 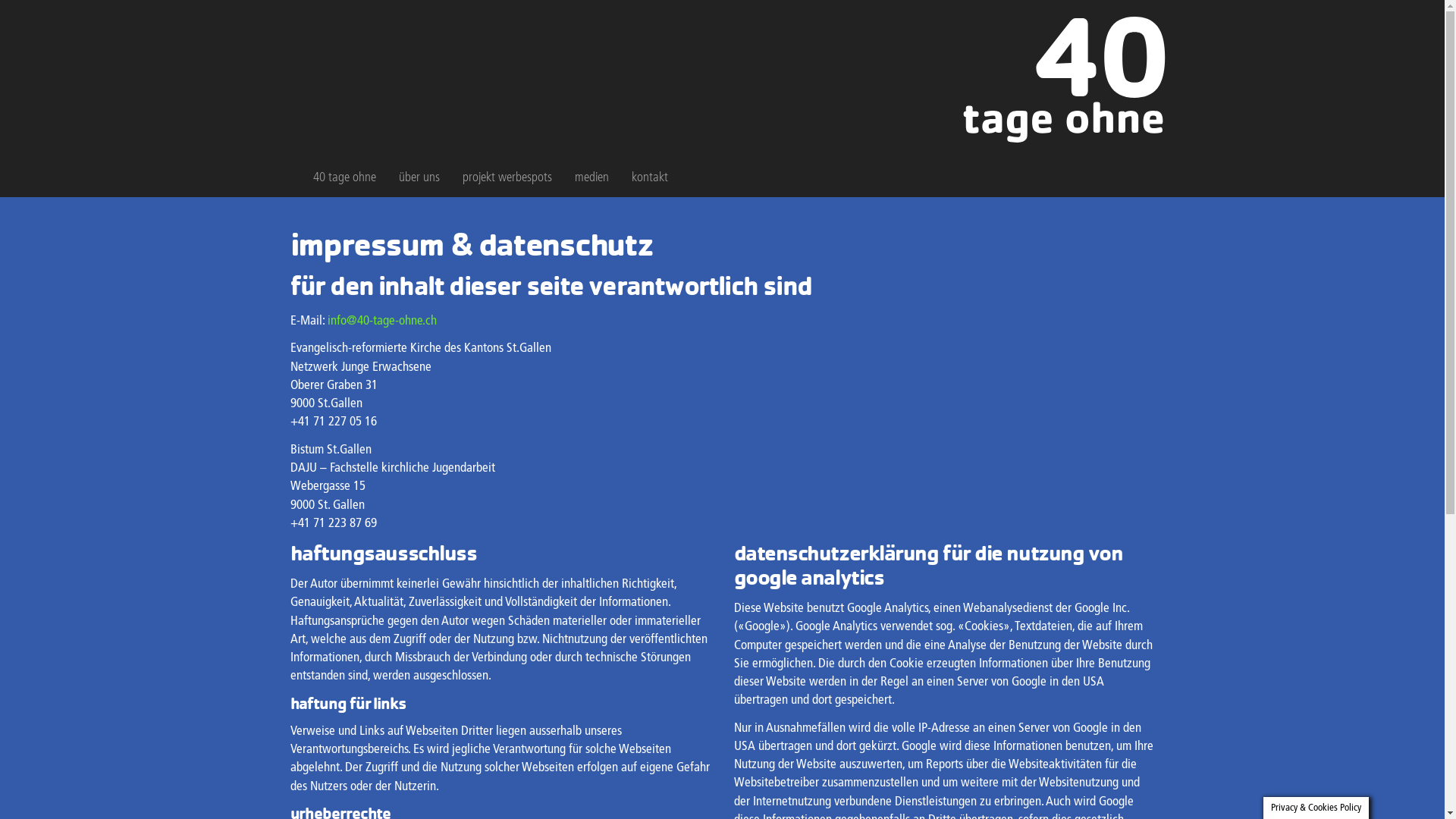 I want to click on 'kontakt', so click(x=650, y=177).